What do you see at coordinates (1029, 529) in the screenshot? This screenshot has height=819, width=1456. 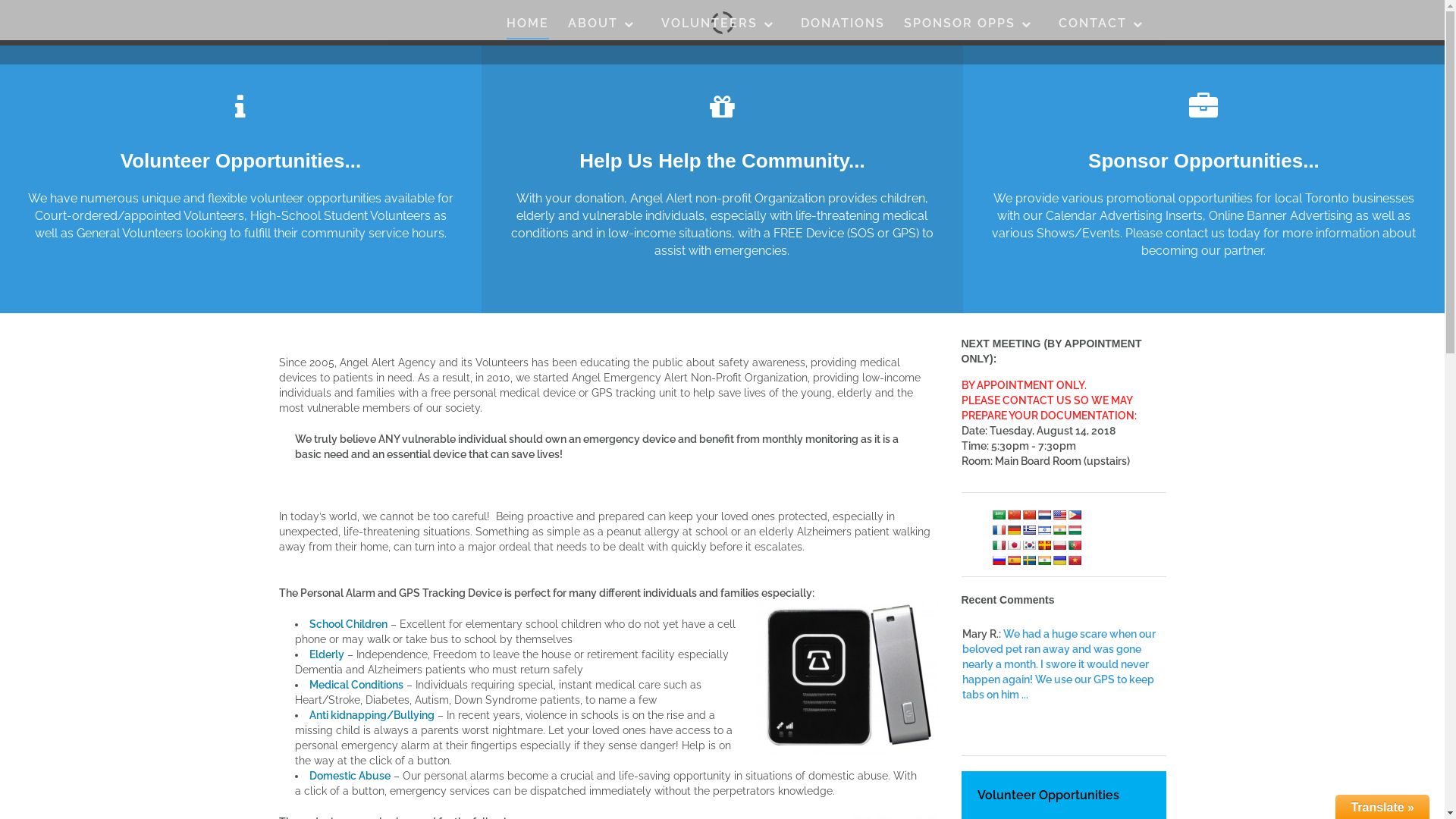 I see `'Greek'` at bounding box center [1029, 529].